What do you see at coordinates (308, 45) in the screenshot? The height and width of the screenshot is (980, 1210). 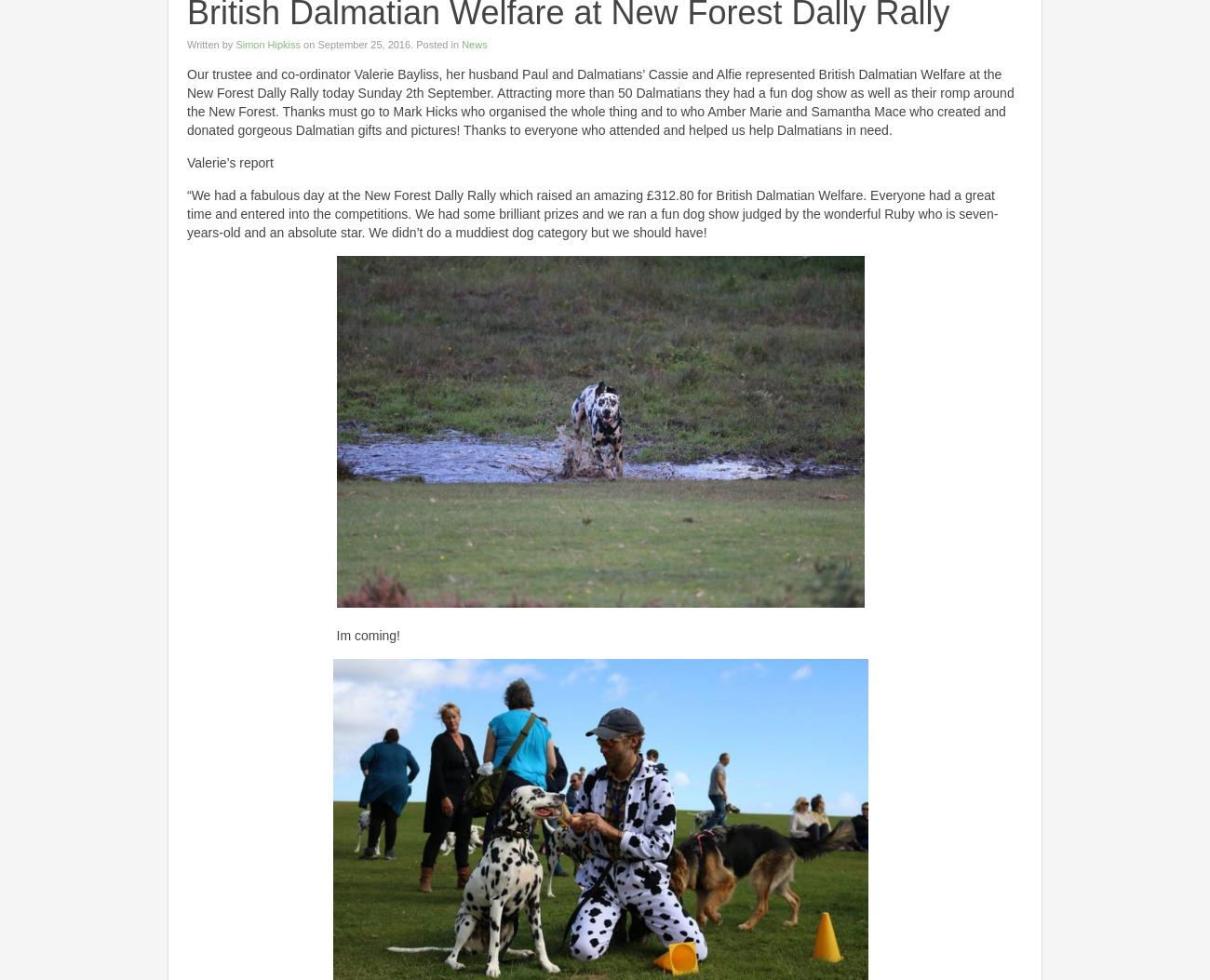 I see `'on'` at bounding box center [308, 45].